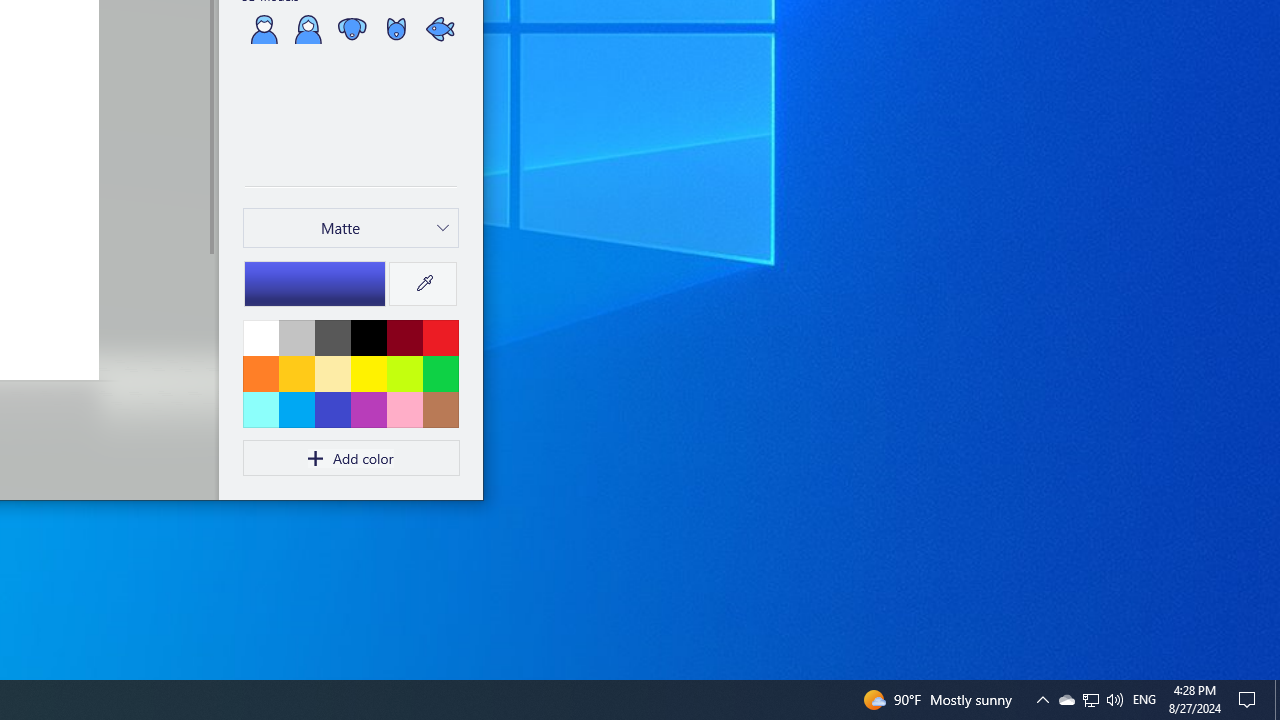 The height and width of the screenshot is (720, 1280). What do you see at coordinates (295, 408) in the screenshot?
I see `'Turquoise'` at bounding box center [295, 408].